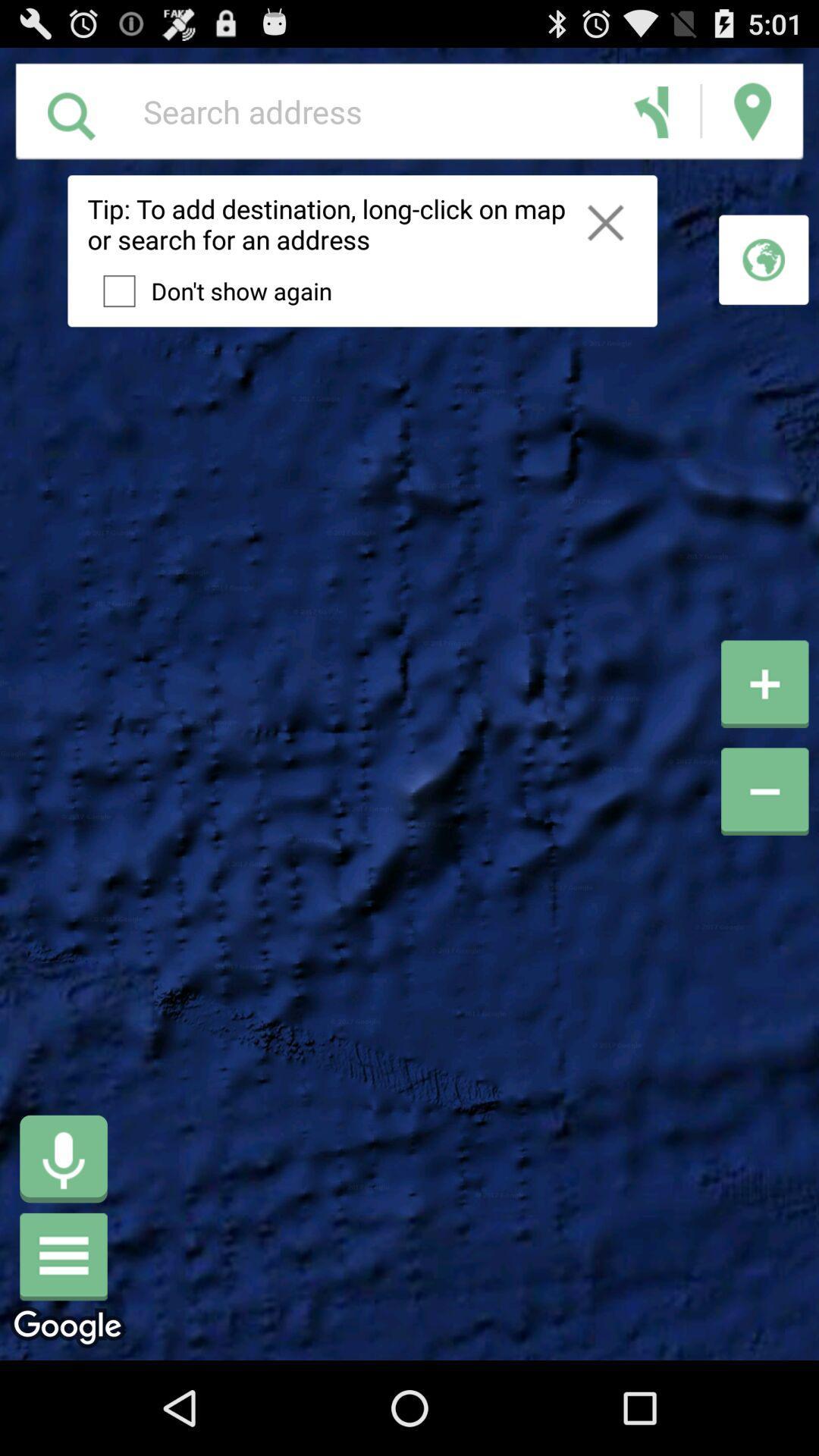  Describe the element at coordinates (650, 118) in the screenshot. I see `the reply icon` at that location.